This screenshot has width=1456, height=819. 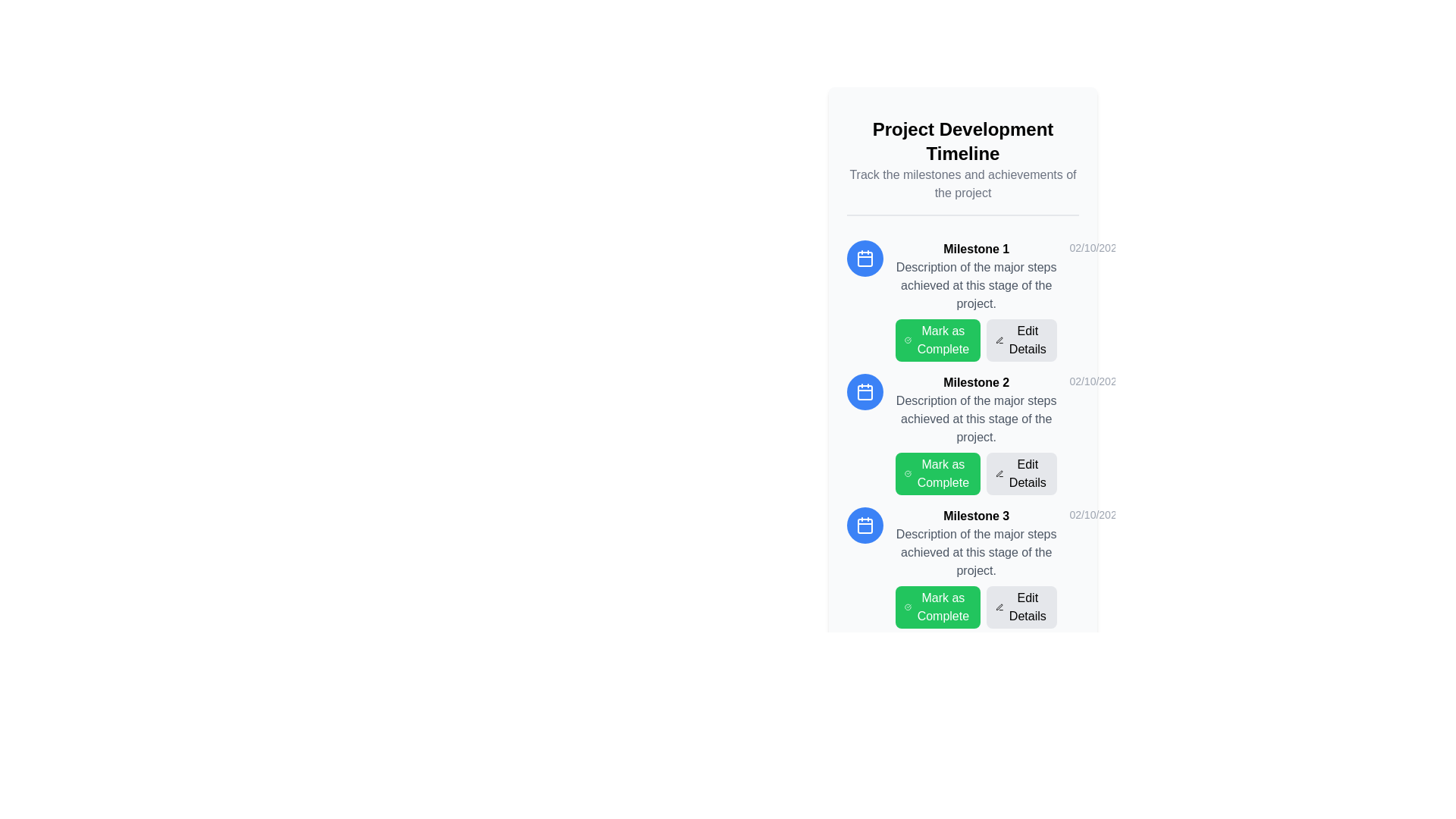 What do you see at coordinates (962, 435) in the screenshot?
I see `the milestone actions by clicking on the 'Mark as Complete' or 'Edit Details' buttons in the vertical list of milestone items, which are displayed under the 'Project Development Timeline' section` at bounding box center [962, 435].